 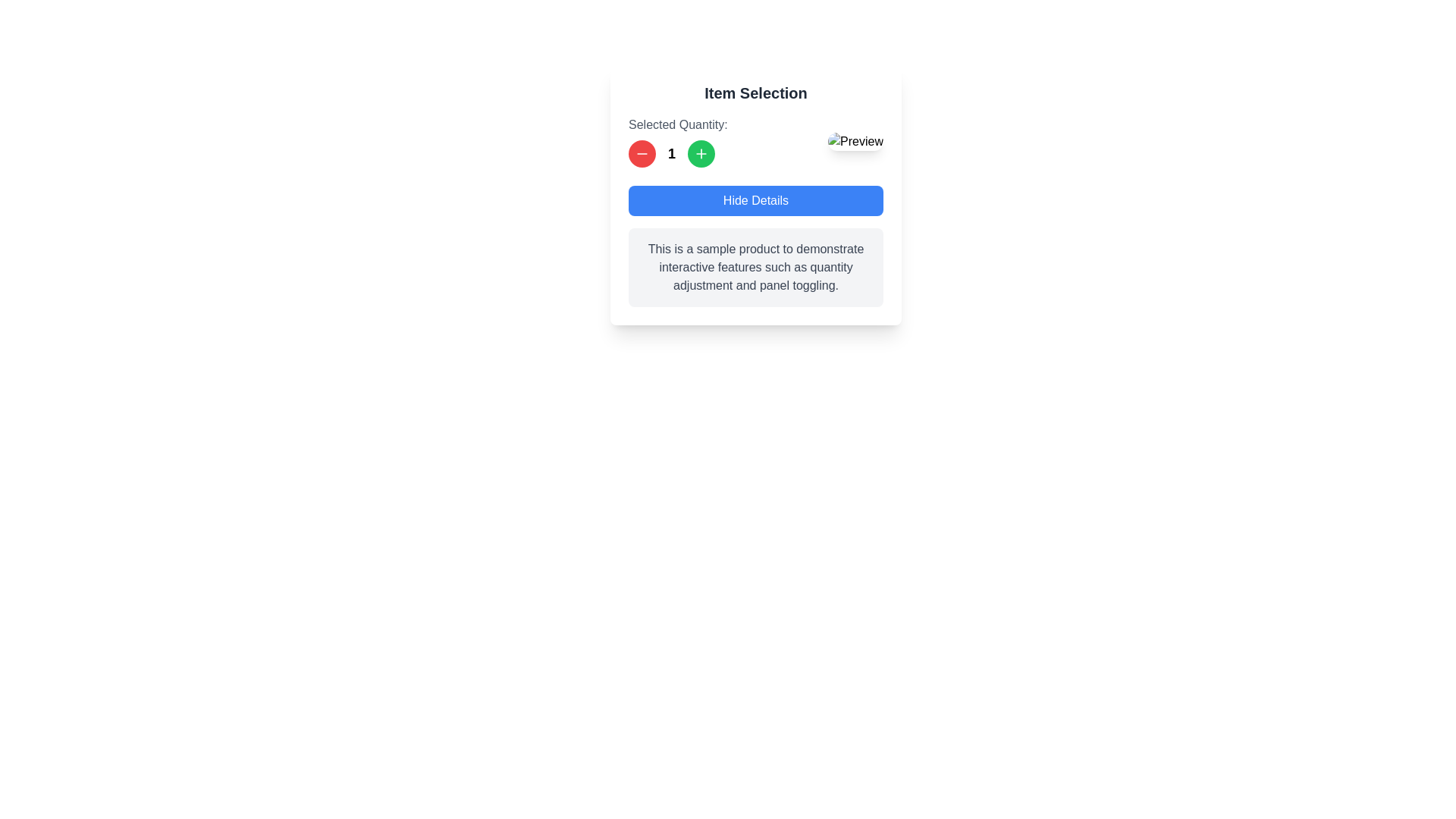 I want to click on the Information panel located within the 'Item Selection' panel, positioned below the 'Hide Details' button, so click(x=756, y=245).